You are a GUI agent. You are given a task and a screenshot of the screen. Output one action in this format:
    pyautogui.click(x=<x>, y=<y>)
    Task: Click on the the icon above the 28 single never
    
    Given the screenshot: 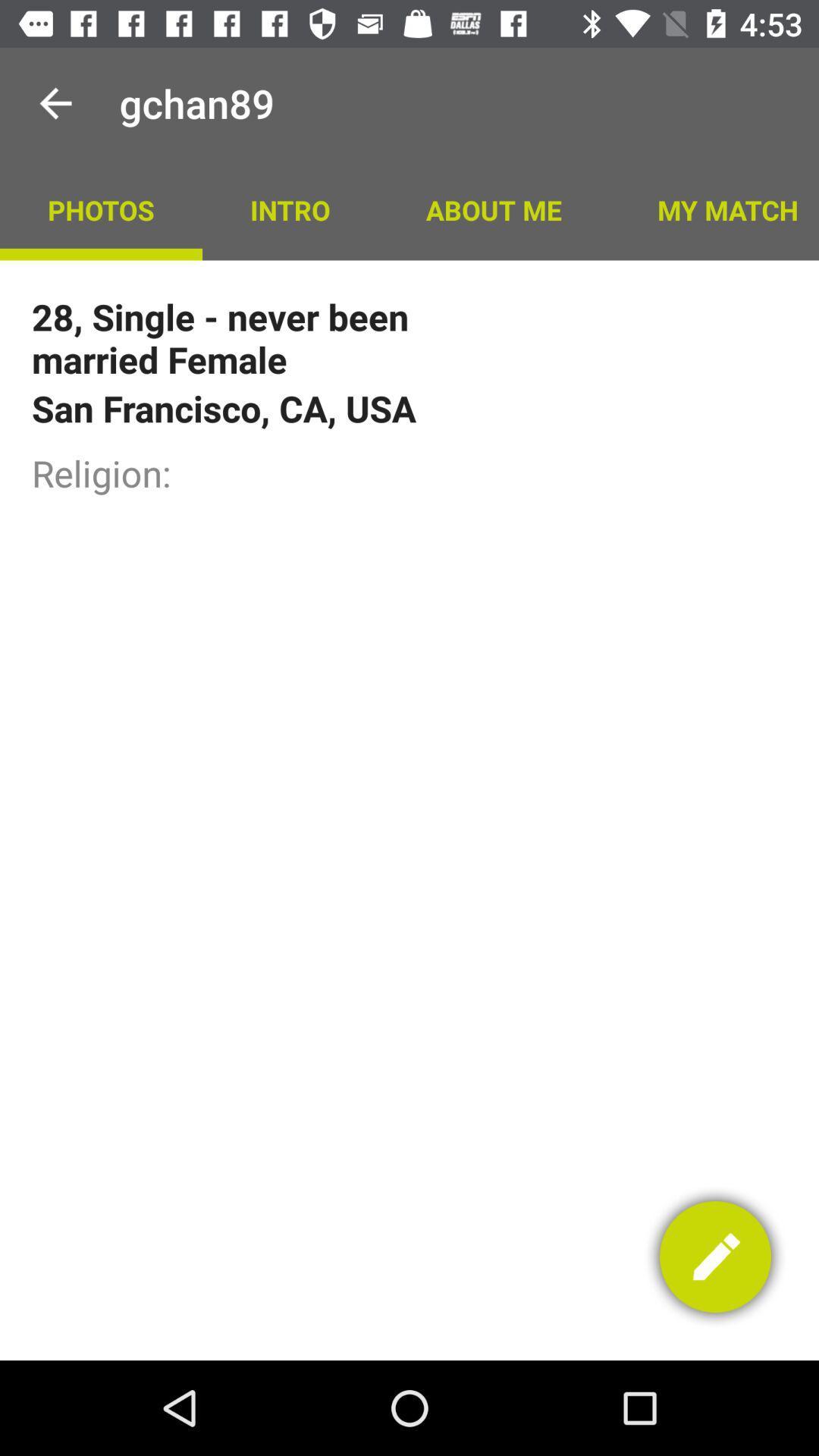 What is the action you would take?
    pyautogui.click(x=494, y=209)
    